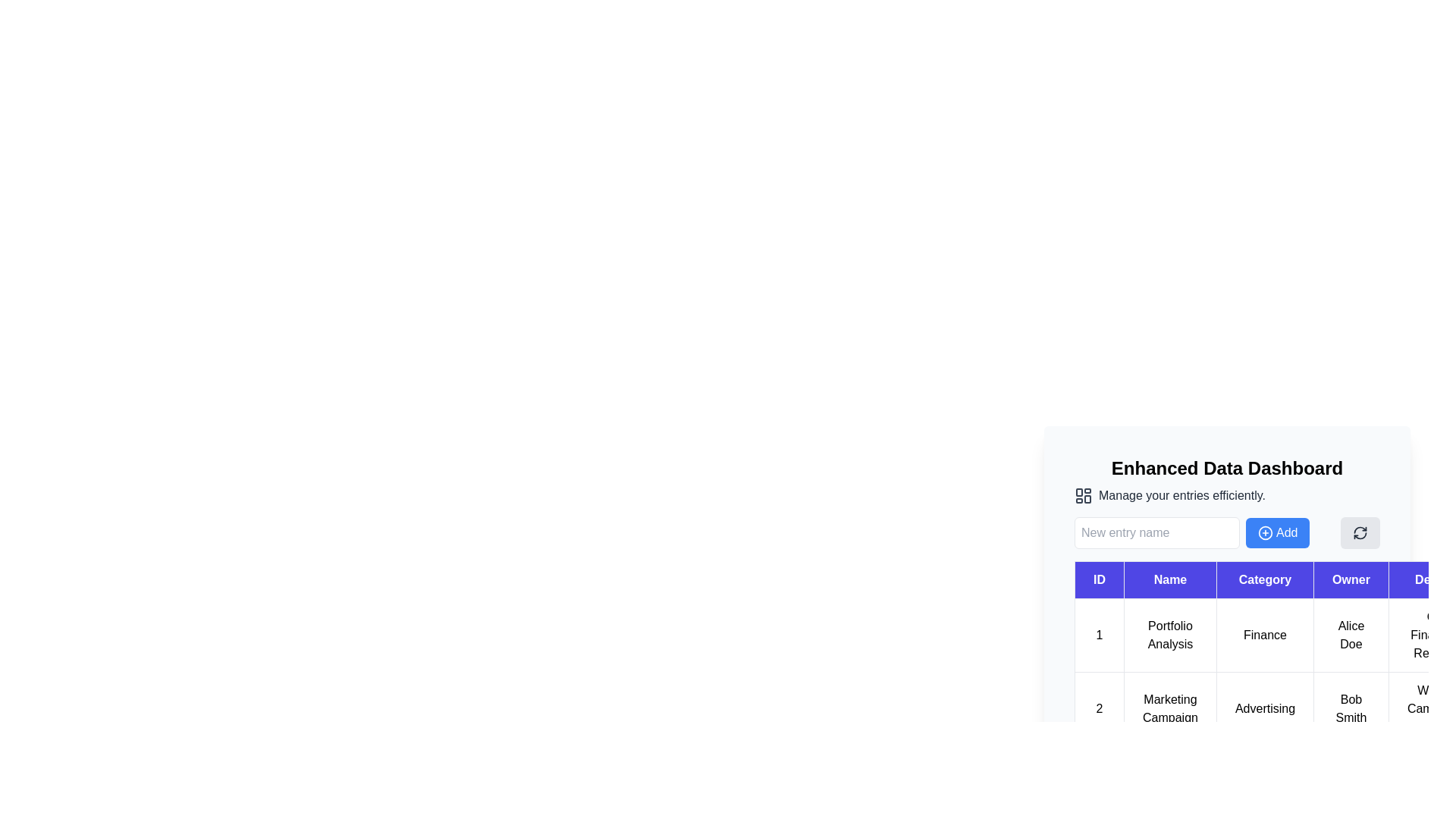 The width and height of the screenshot is (1456, 819). Describe the element at coordinates (1227, 480) in the screenshot. I see `information displayed in the Header titled 'Enhanced Data Dashboard' with the subtitle 'Manage your entries efficiently.'` at that location.